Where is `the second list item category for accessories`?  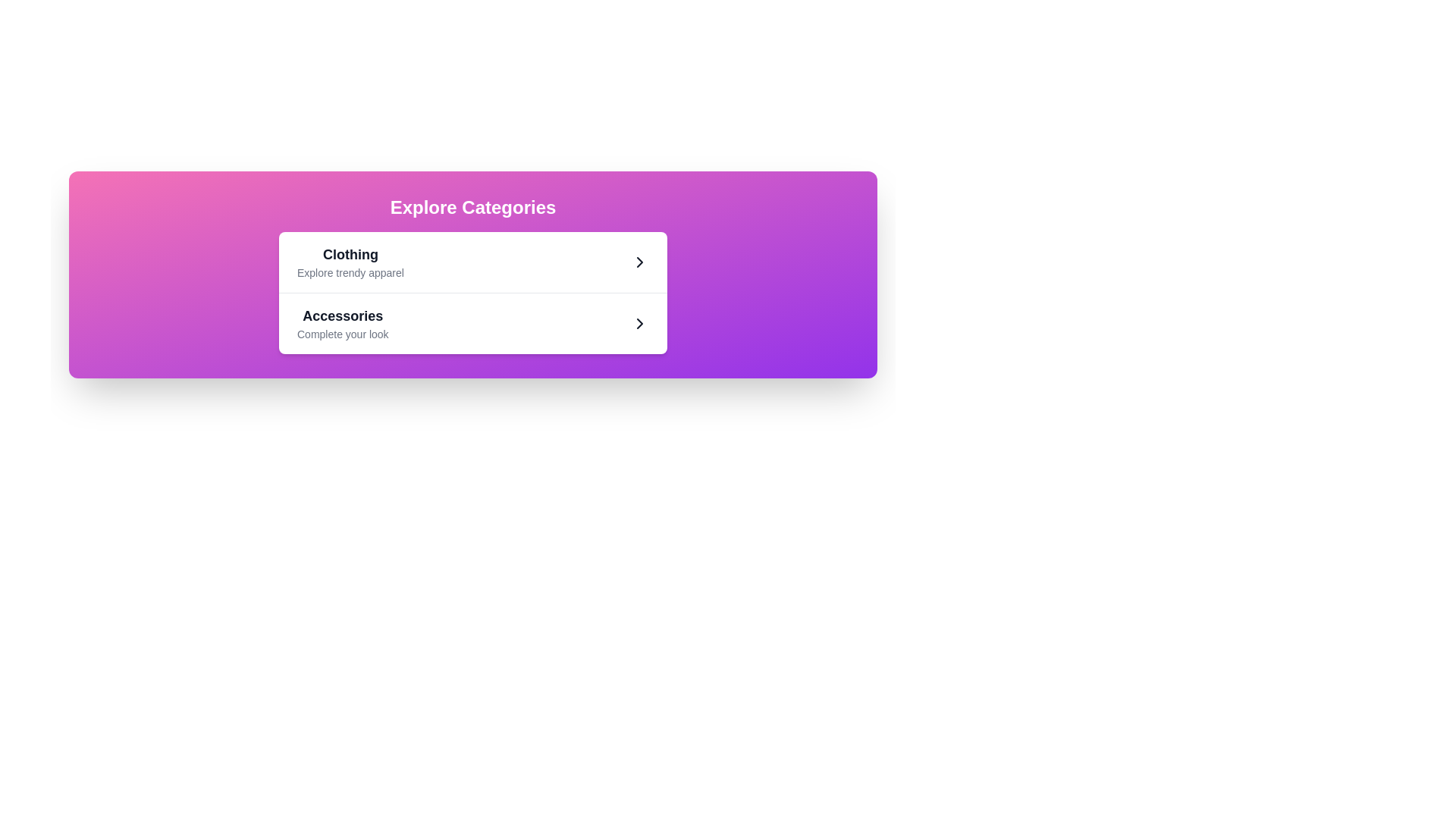
the second list item category for accessories is located at coordinates (472, 323).